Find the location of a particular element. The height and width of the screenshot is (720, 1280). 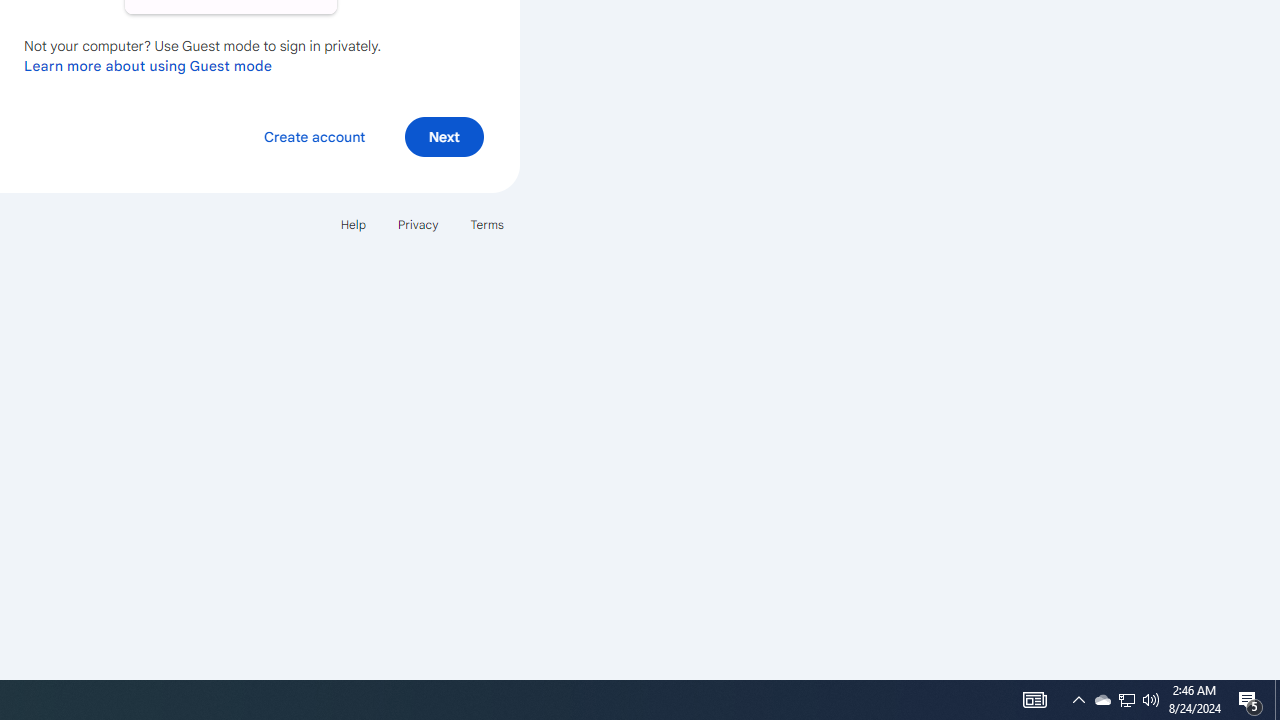

'Learn more about using Guest mode' is located at coordinates (147, 64).